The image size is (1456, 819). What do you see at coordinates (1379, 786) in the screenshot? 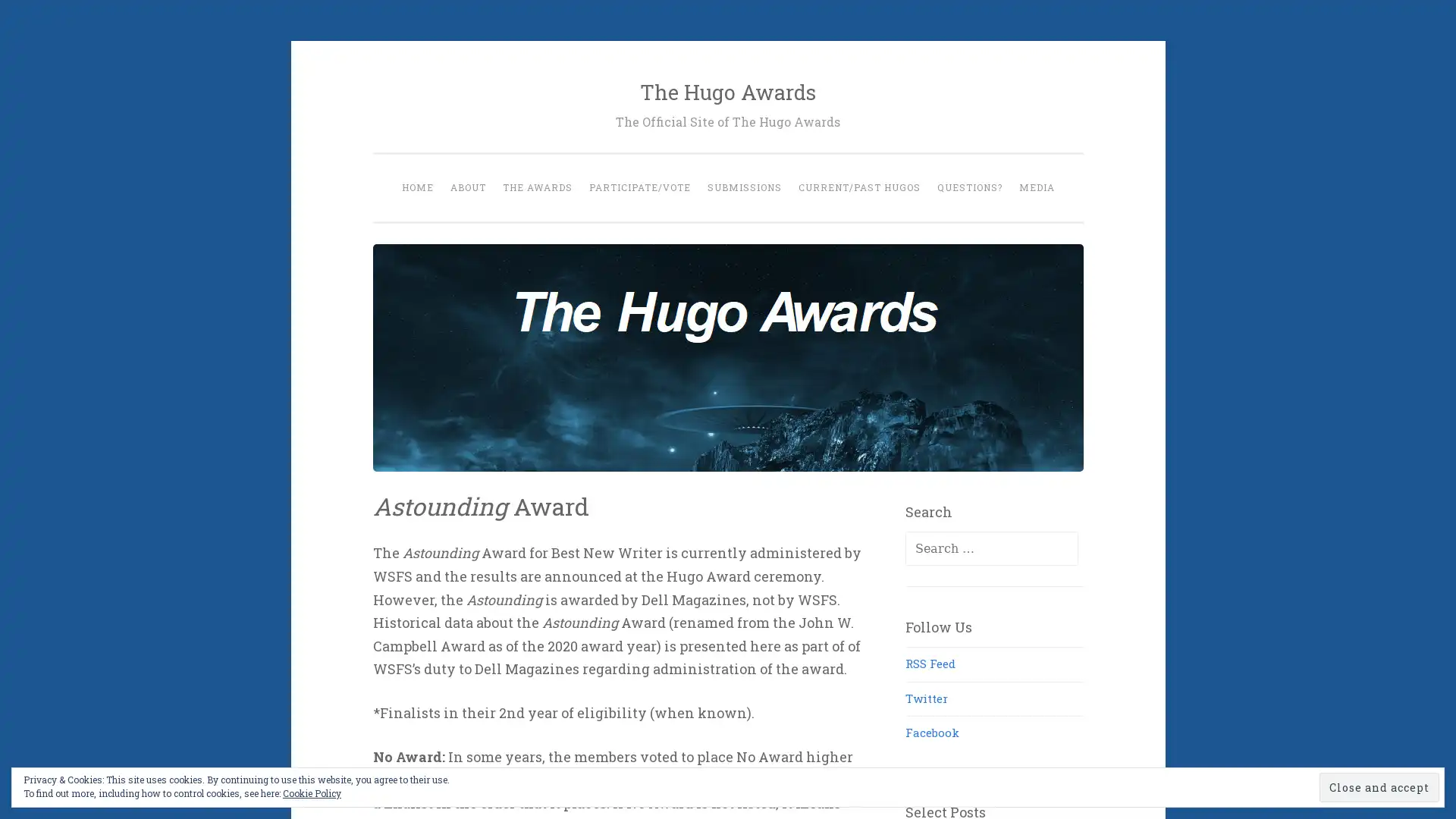
I see `Close and accept` at bounding box center [1379, 786].